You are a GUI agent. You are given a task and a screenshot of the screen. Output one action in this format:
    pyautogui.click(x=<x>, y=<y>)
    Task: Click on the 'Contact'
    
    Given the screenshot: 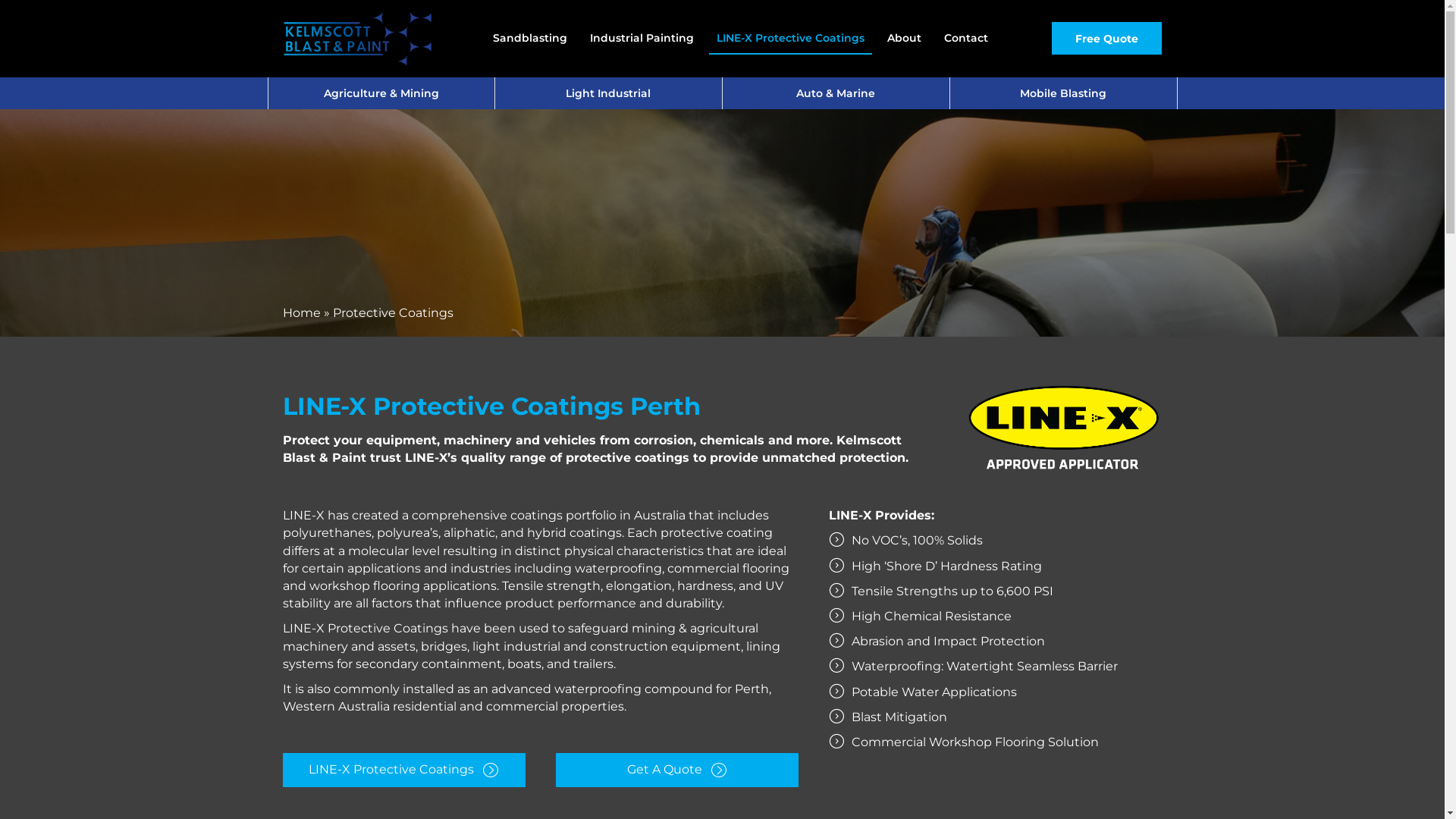 What is the action you would take?
    pyautogui.click(x=965, y=37)
    